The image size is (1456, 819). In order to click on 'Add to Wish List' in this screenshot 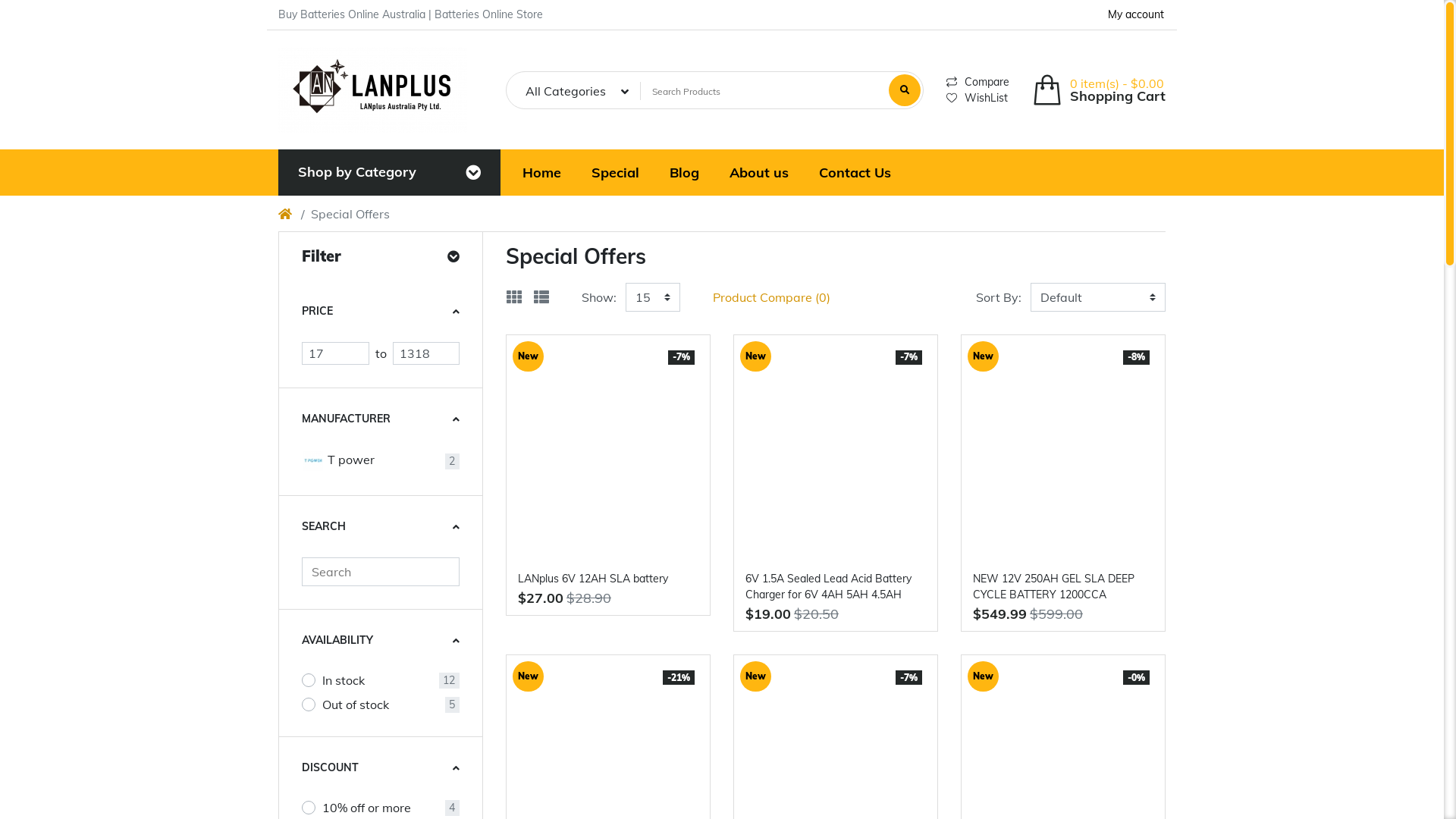, I will do `click(803, 320)`.